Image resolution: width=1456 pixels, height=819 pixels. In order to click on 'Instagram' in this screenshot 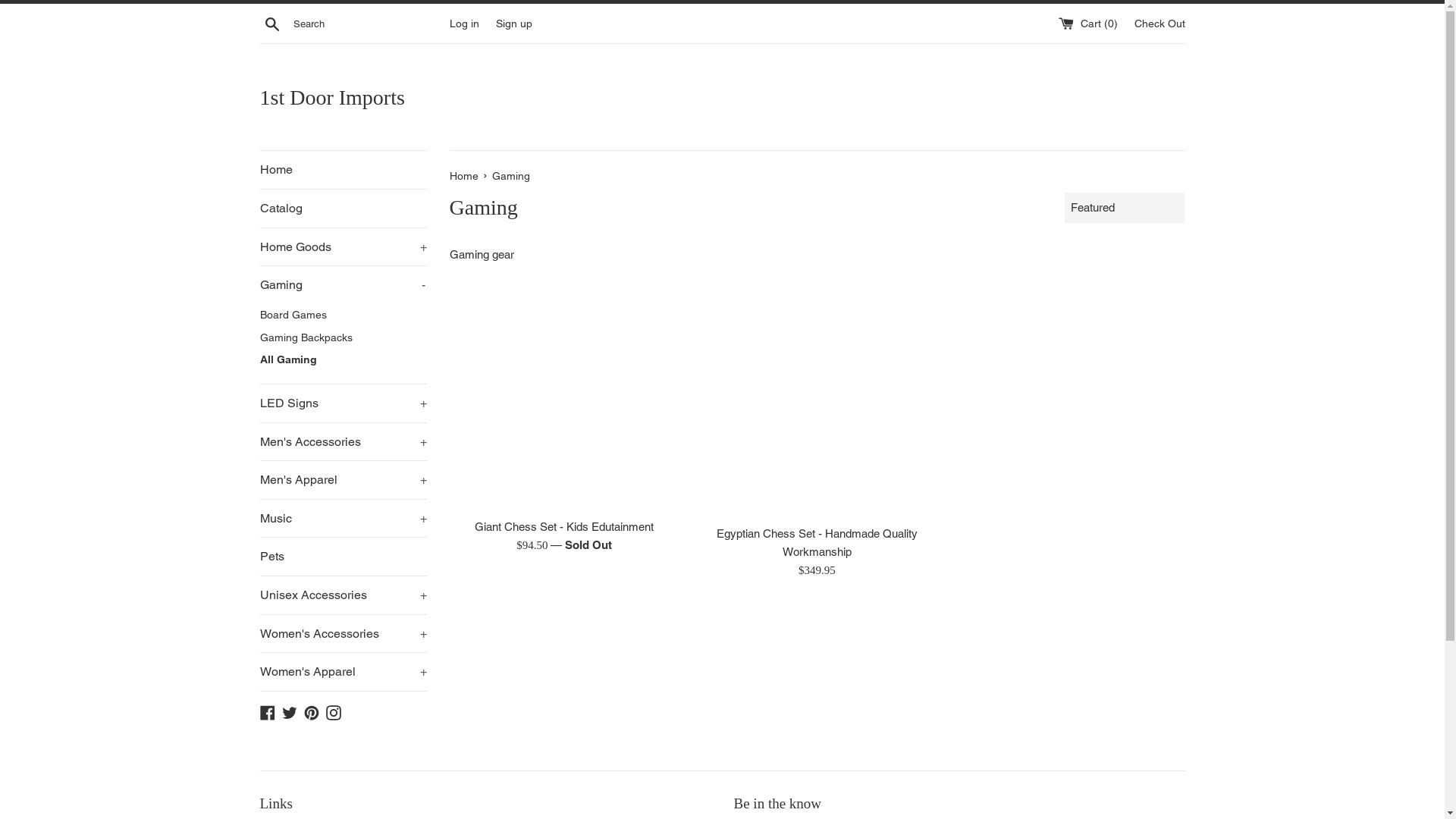, I will do `click(325, 711)`.